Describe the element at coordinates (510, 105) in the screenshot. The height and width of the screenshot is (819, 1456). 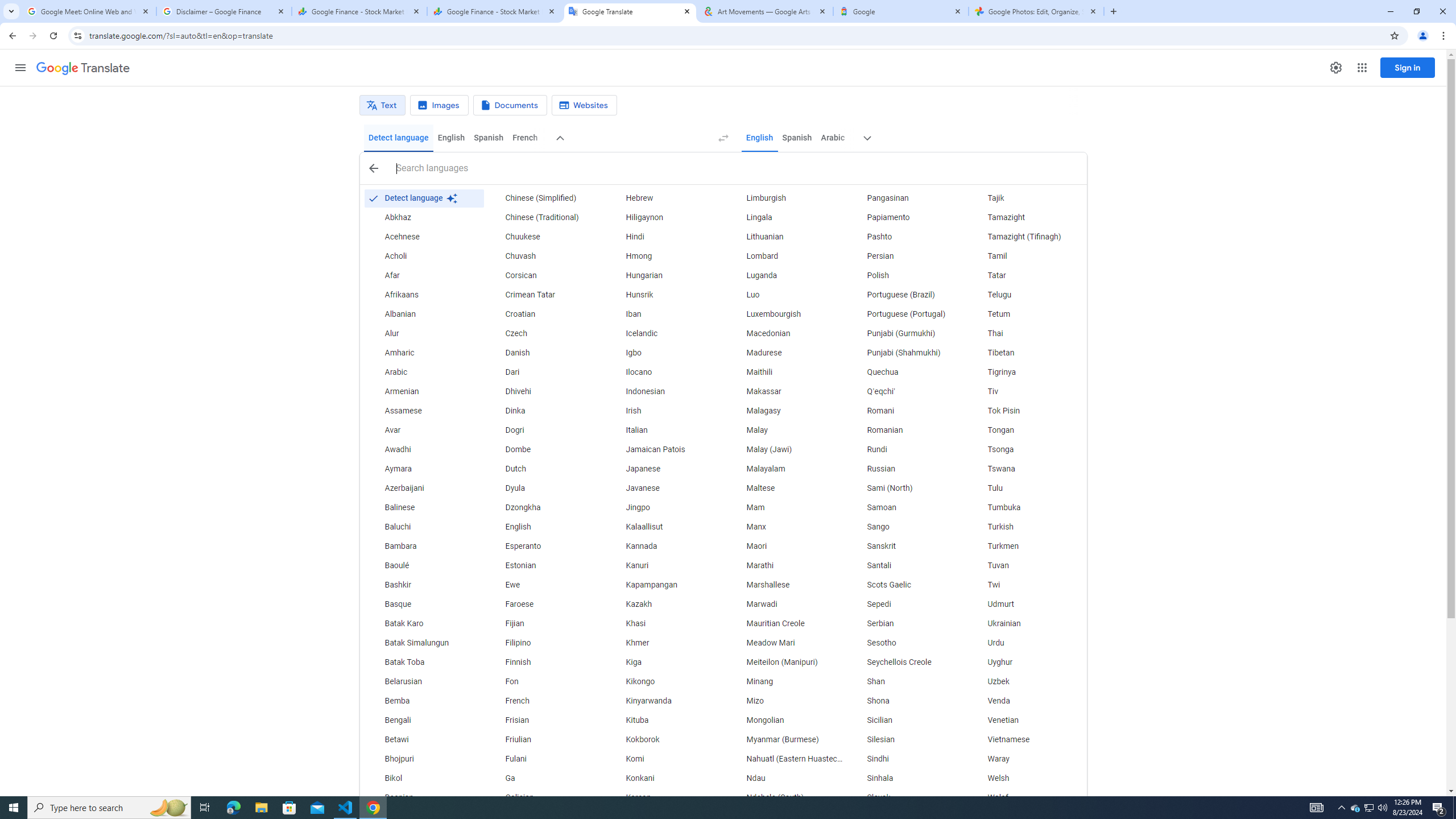
I see `'Document translation'` at that location.